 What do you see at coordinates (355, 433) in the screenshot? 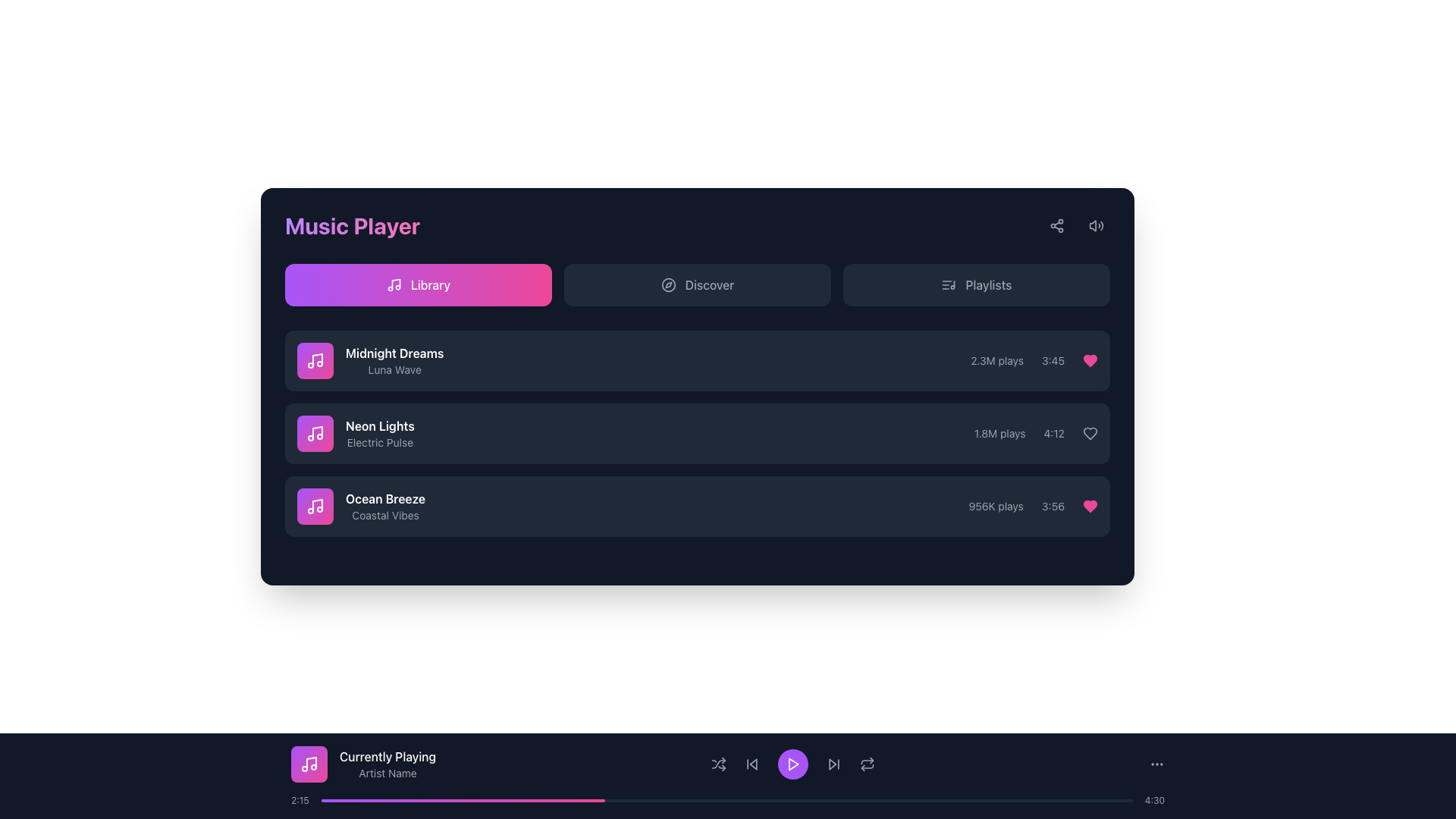
I see `the 'Neon Lights' text label element, which displays the title and subtitle of a music track` at bounding box center [355, 433].